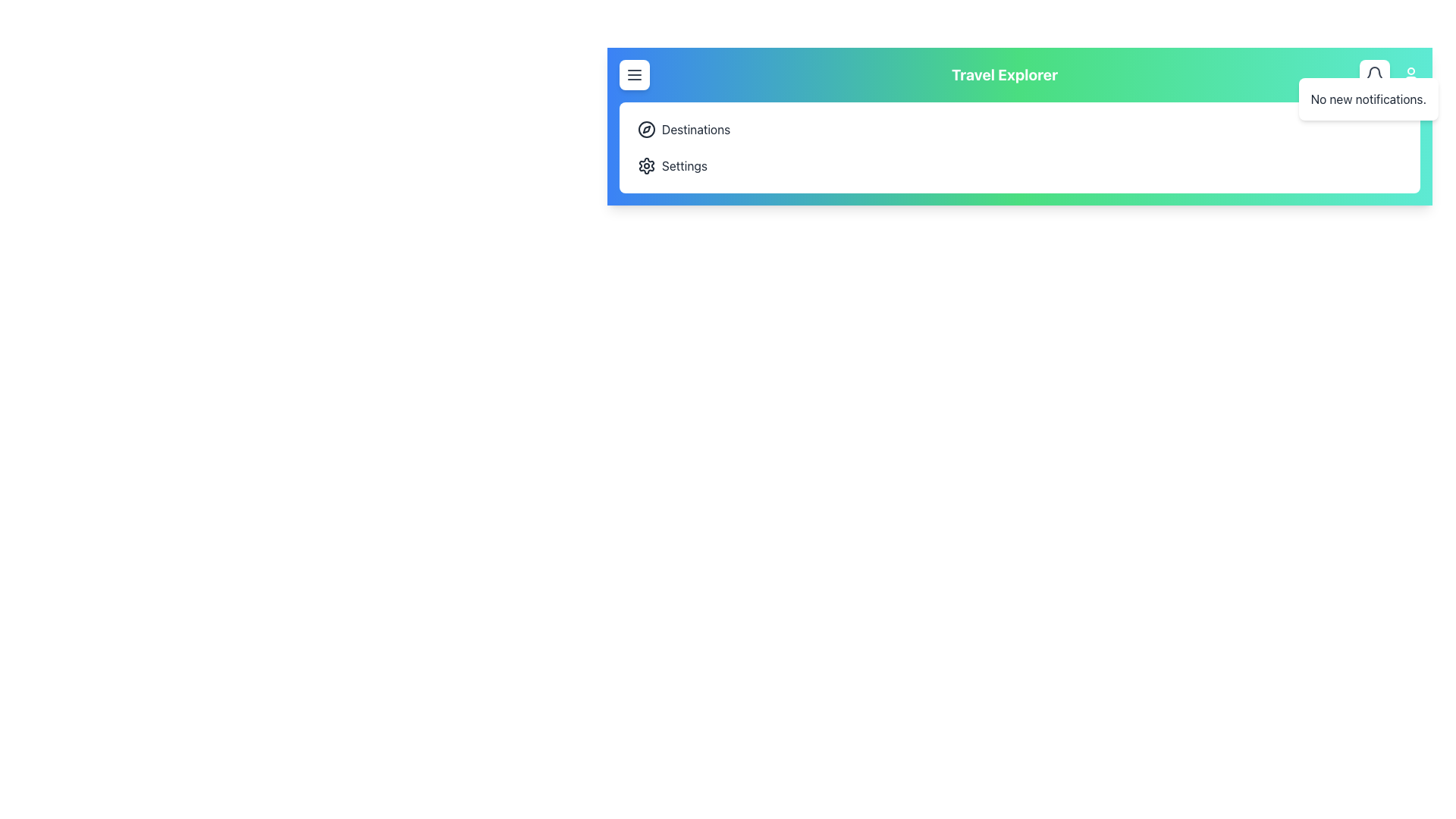  What do you see at coordinates (1004, 75) in the screenshot?
I see `the 'Travel Explorer' text label, which is prominently displayed in bold white font against a gradient green background, centrally located in the navigation bar` at bounding box center [1004, 75].